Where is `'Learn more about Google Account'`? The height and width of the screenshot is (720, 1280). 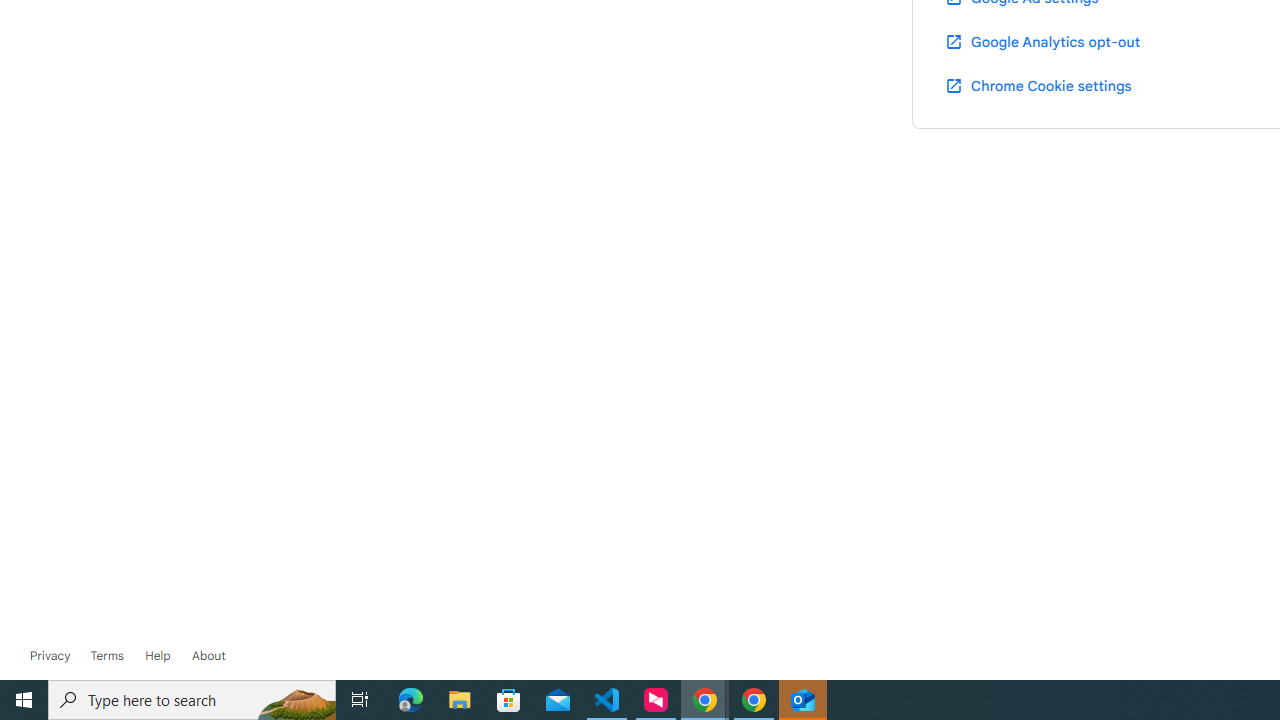 'Learn more about Google Account' is located at coordinates (208, 655).